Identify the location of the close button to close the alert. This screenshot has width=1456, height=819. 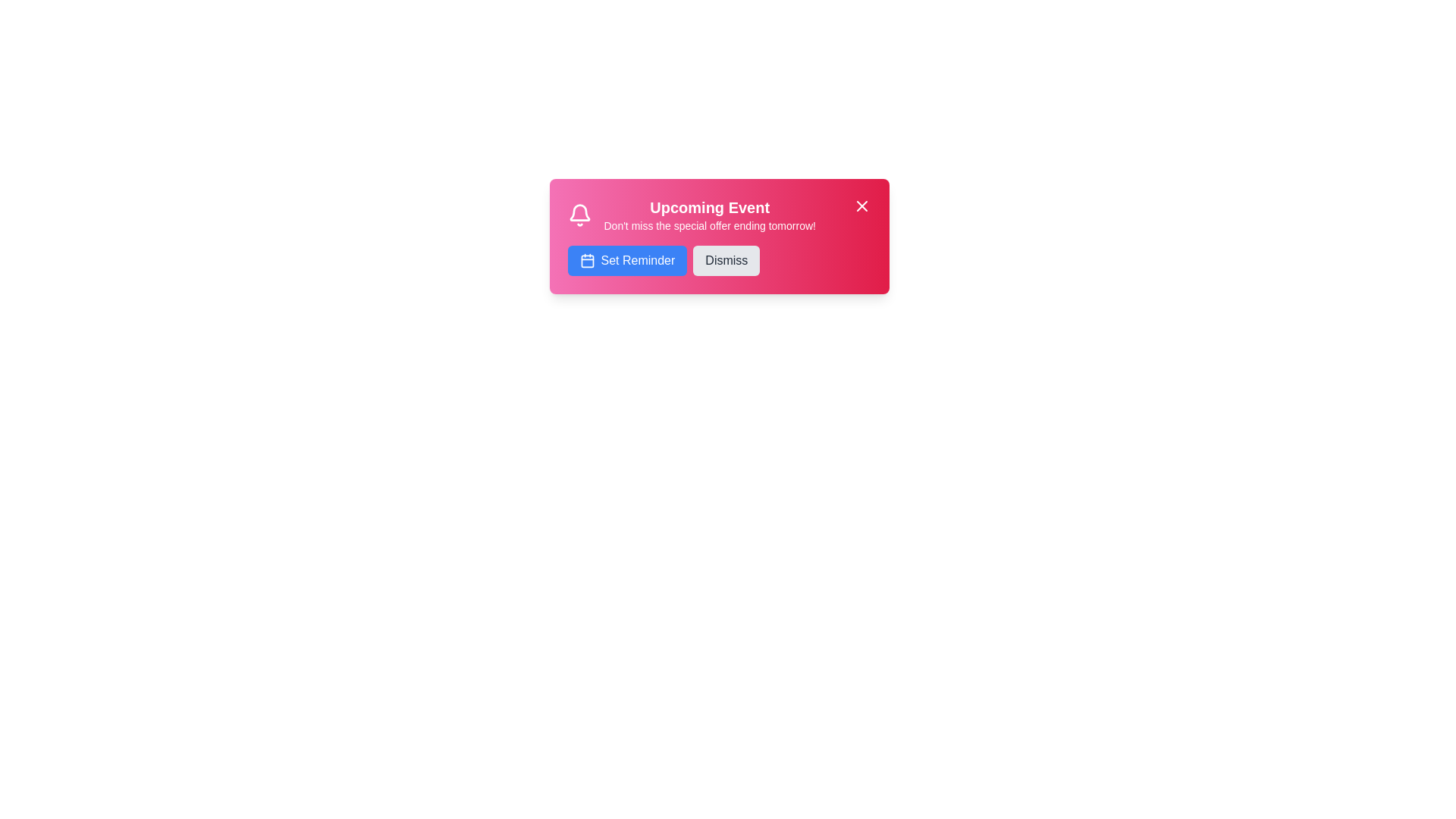
(861, 206).